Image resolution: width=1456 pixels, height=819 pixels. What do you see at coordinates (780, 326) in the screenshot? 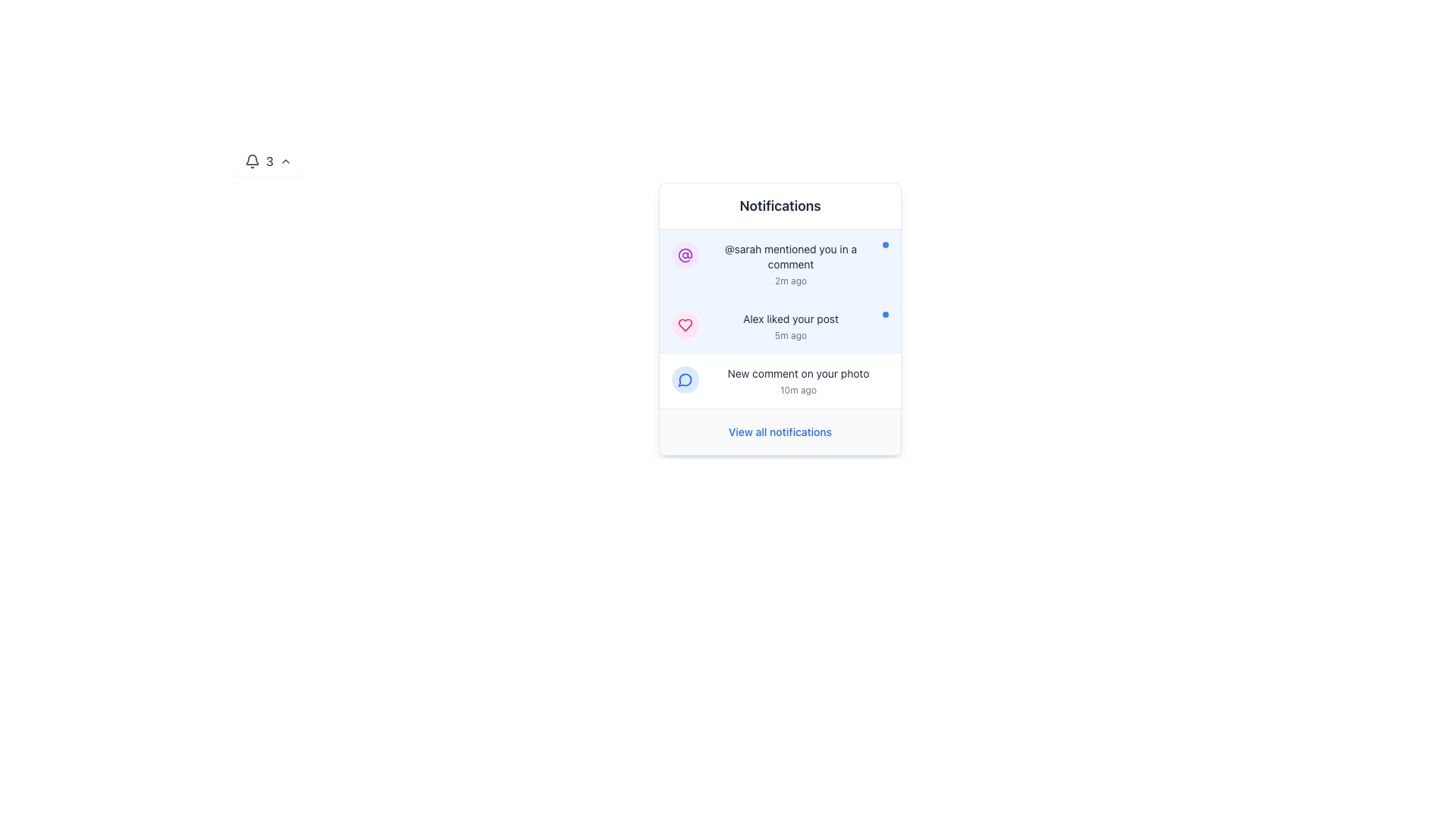
I see `the second notification in the notifications panel indicating that user Alex liked the recipient's post, which is visually marked with a blue dot for unread status` at bounding box center [780, 326].